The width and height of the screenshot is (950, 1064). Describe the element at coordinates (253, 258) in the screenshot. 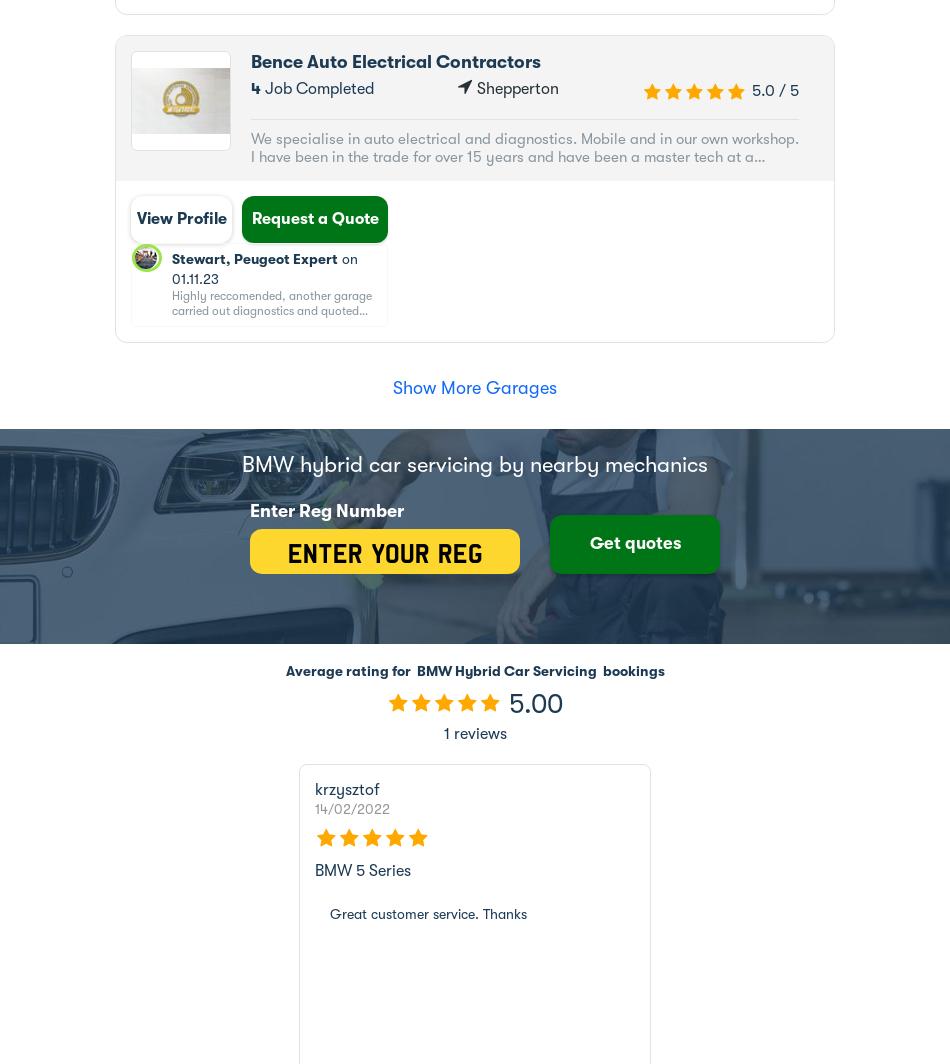

I see `'Stewart, Peugeot Expert'` at that location.